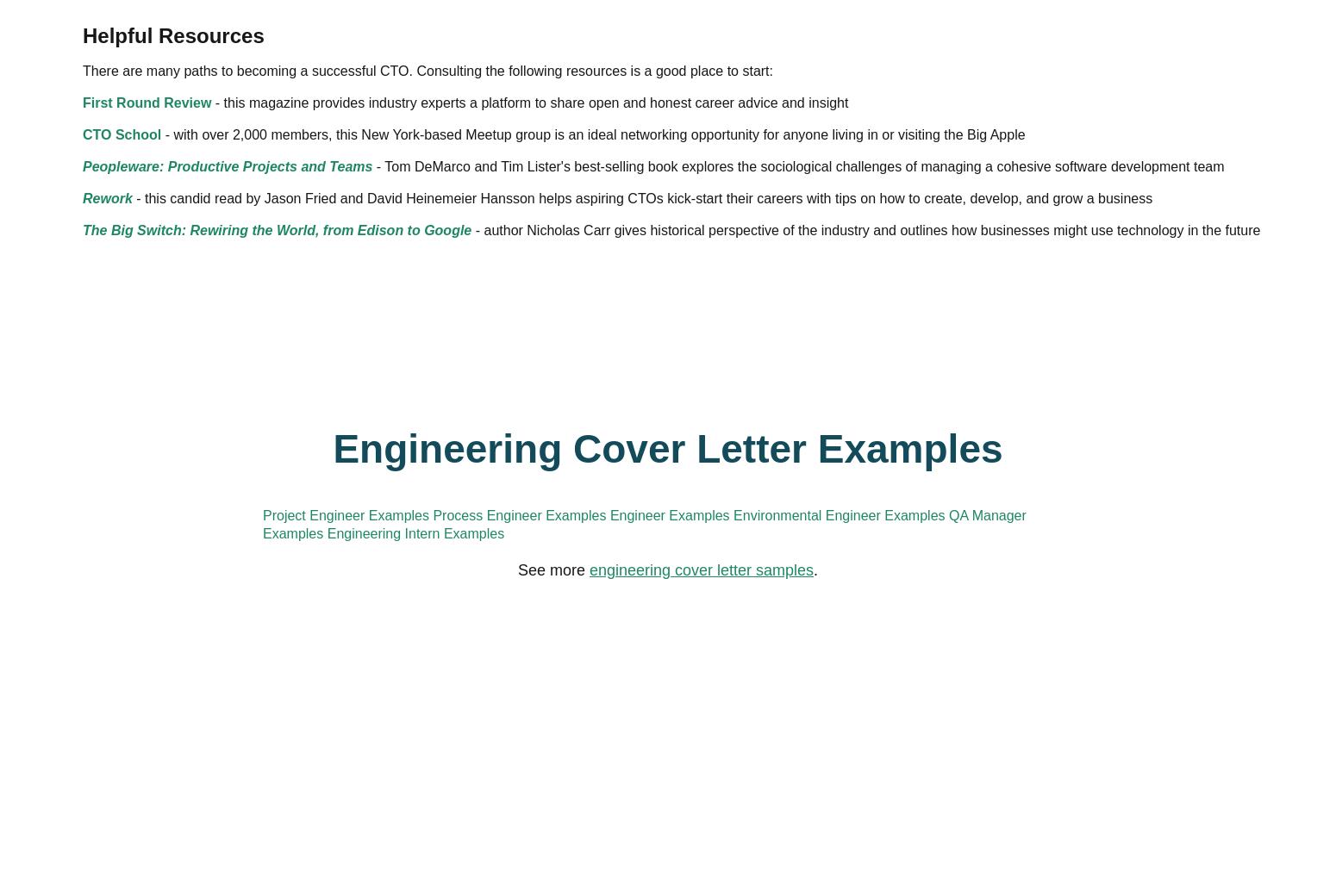 The height and width of the screenshot is (896, 1336). I want to click on '- with over 2,000 members, this New York-based Meetup group is an ideal networking opportunity for anyone living in or visiting the Big Apple', so click(659, 475).